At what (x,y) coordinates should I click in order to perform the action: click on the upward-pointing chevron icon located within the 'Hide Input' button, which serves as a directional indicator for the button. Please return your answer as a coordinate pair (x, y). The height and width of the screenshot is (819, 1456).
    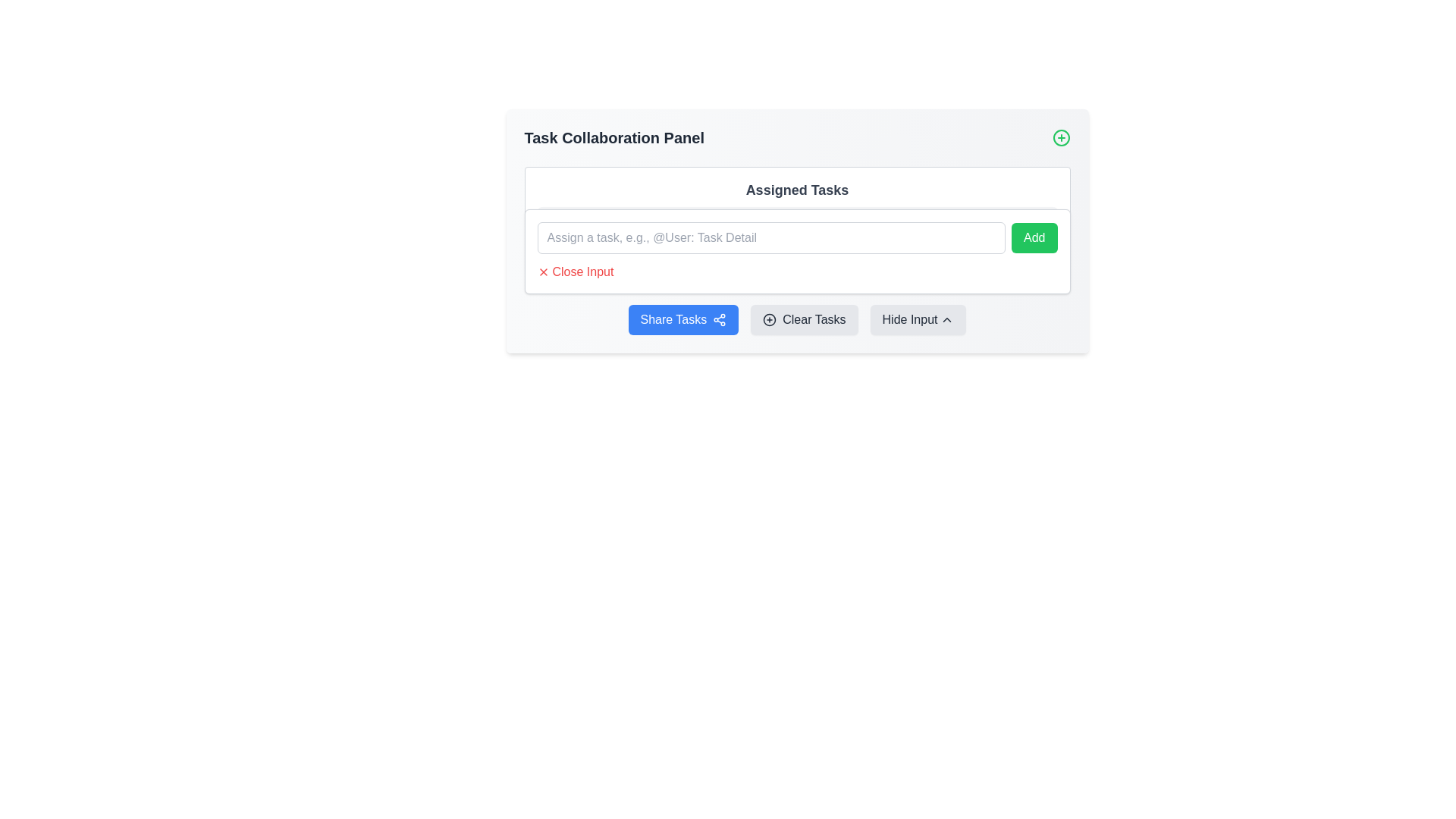
    Looking at the image, I should click on (946, 318).